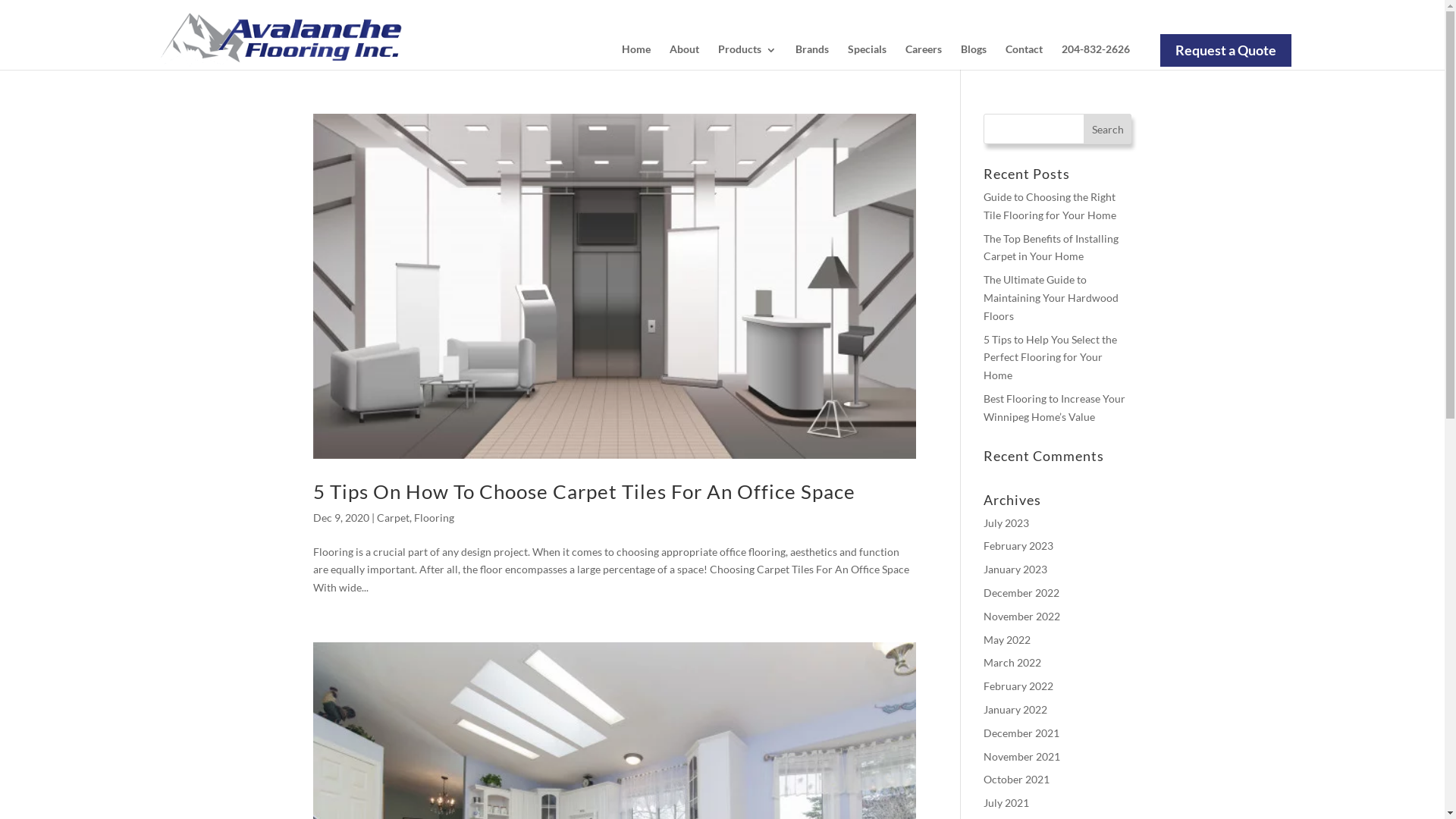  Describe the element at coordinates (1018, 544) in the screenshot. I see `'February 2023'` at that location.